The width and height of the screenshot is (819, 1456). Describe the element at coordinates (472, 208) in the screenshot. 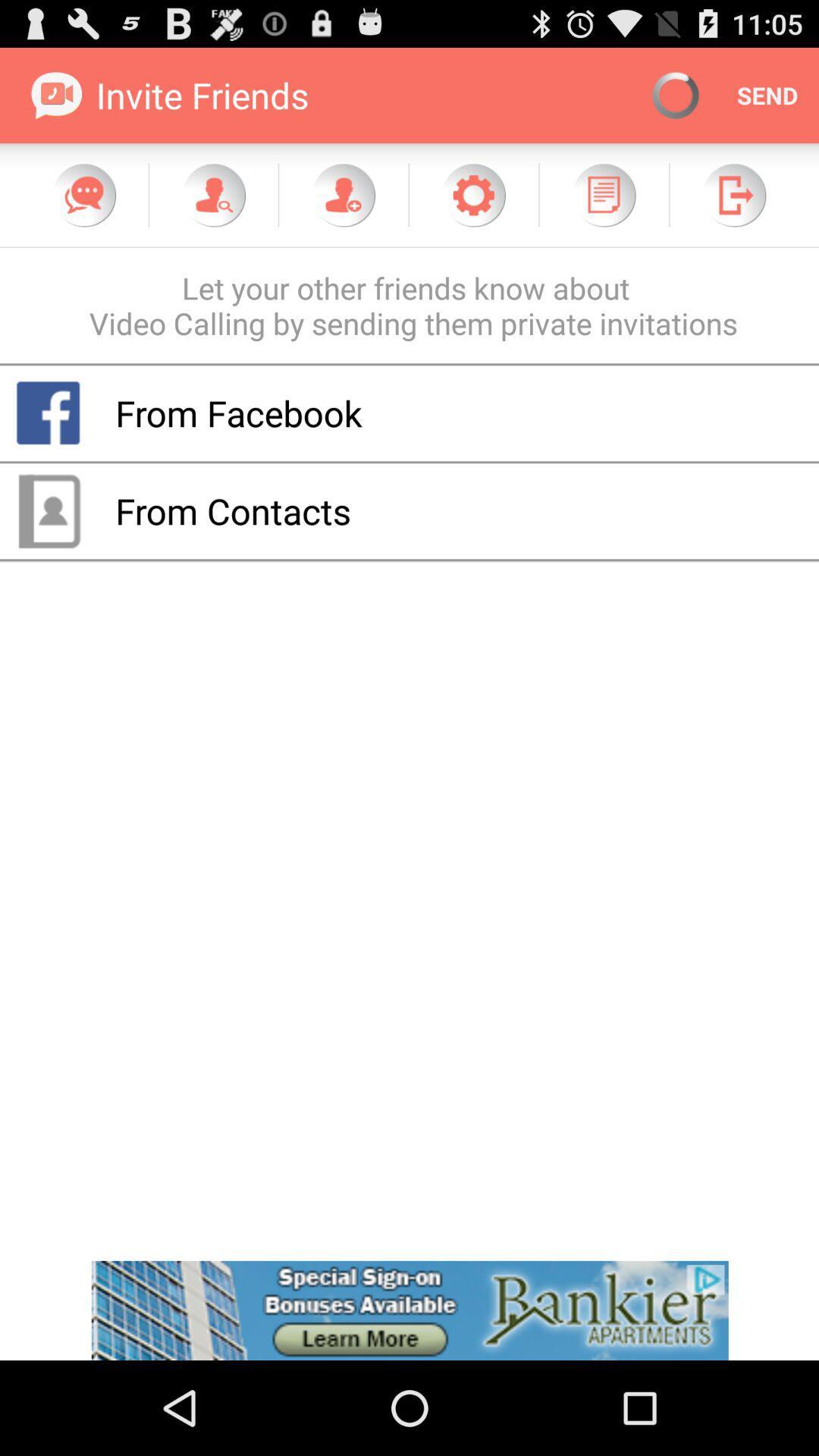

I see `the settings icon` at that location.